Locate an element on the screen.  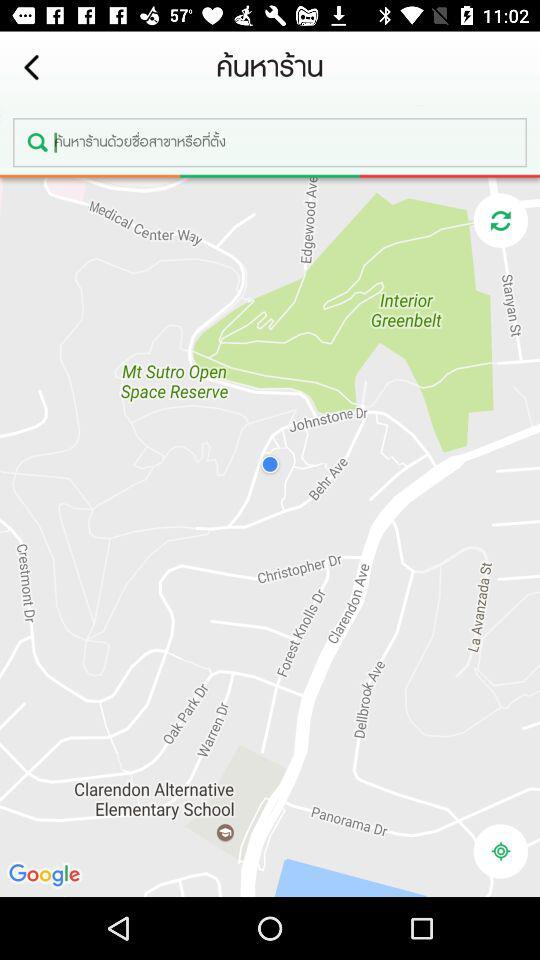
refresh the page is located at coordinates (499, 220).